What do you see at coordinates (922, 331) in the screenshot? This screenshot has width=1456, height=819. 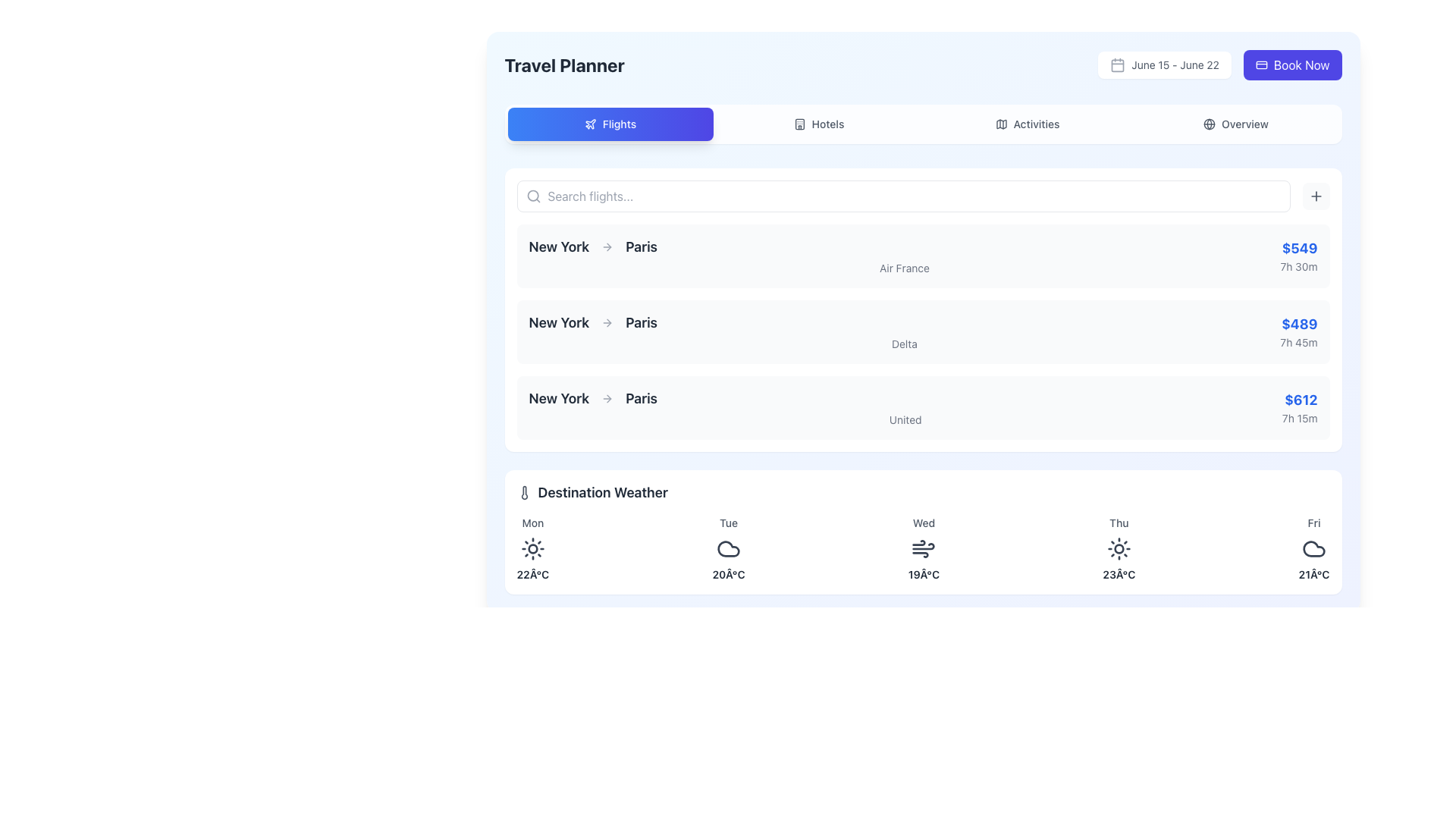 I see `the second card-like layout in the vertical list of flight options` at bounding box center [922, 331].